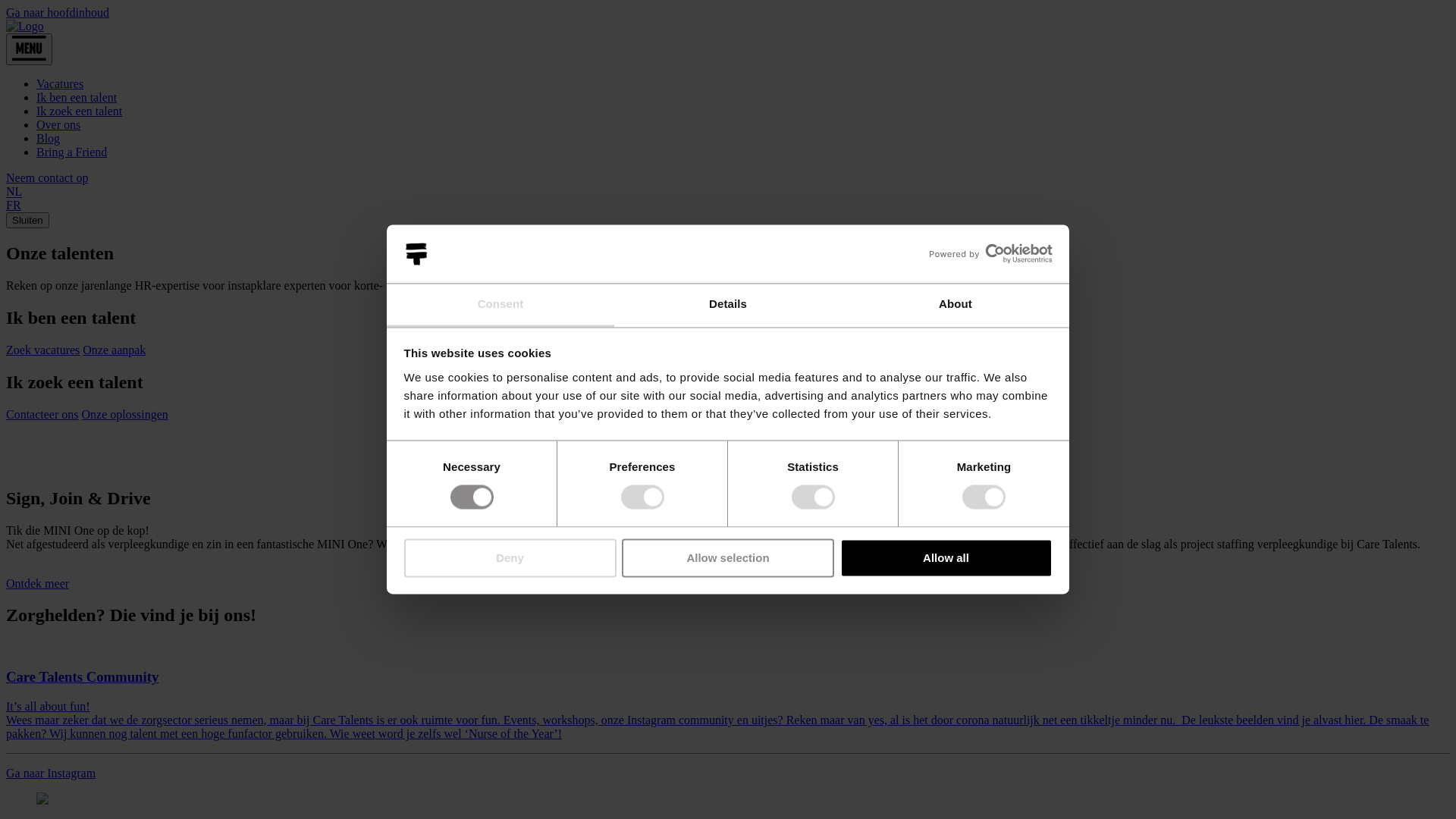 The width and height of the screenshot is (1456, 819). Describe the element at coordinates (58, 12) in the screenshot. I see `'Ga naar hoofdinhoud'` at that location.